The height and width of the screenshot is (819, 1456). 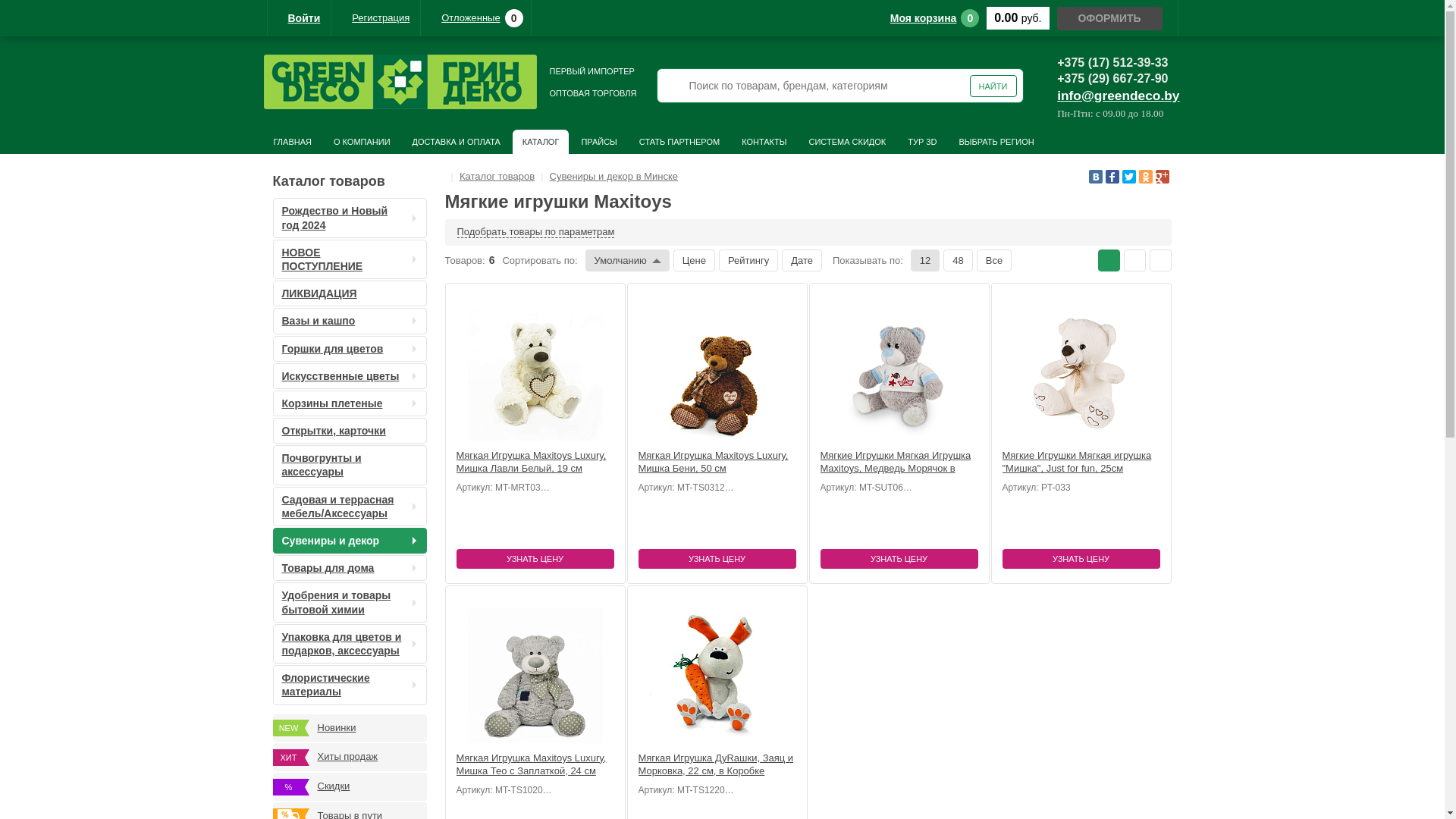 I want to click on 'Facebook', so click(x=1112, y=175).